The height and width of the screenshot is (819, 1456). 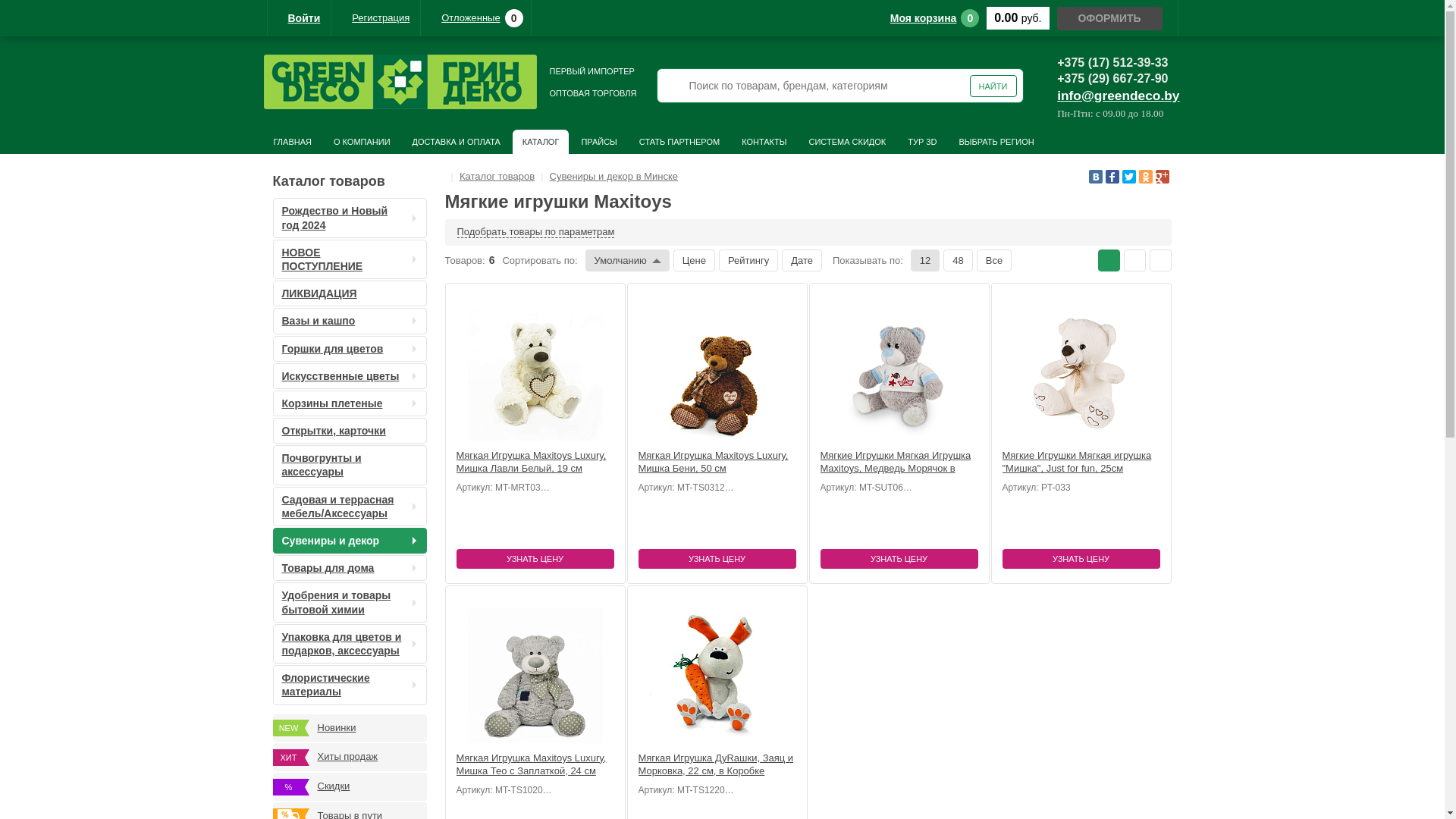 I want to click on 'Facebook', so click(x=1112, y=175).